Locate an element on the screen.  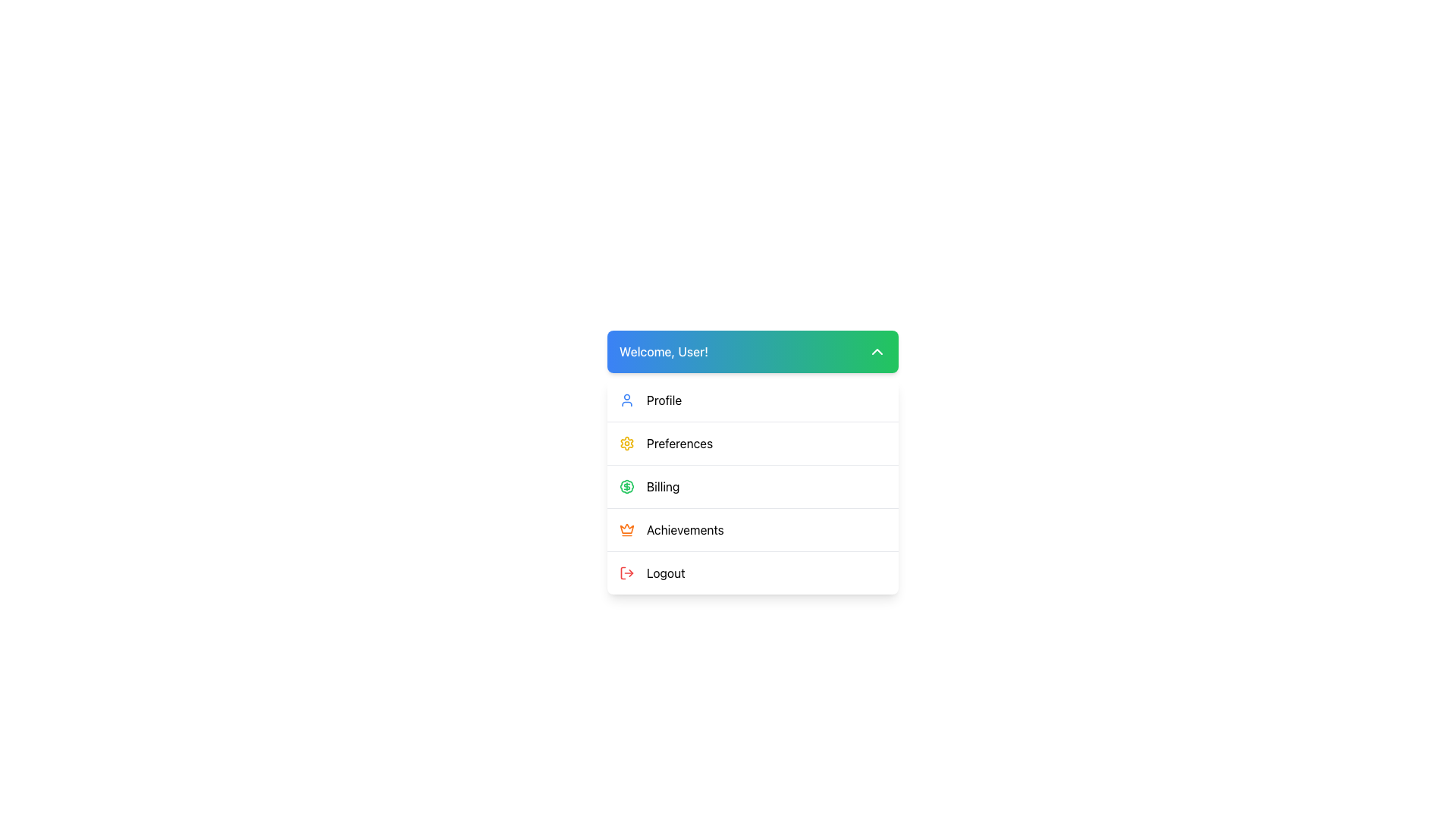
the logout icon, which is positioned to the left of the 'Logout' text in the menu item is located at coordinates (626, 573).